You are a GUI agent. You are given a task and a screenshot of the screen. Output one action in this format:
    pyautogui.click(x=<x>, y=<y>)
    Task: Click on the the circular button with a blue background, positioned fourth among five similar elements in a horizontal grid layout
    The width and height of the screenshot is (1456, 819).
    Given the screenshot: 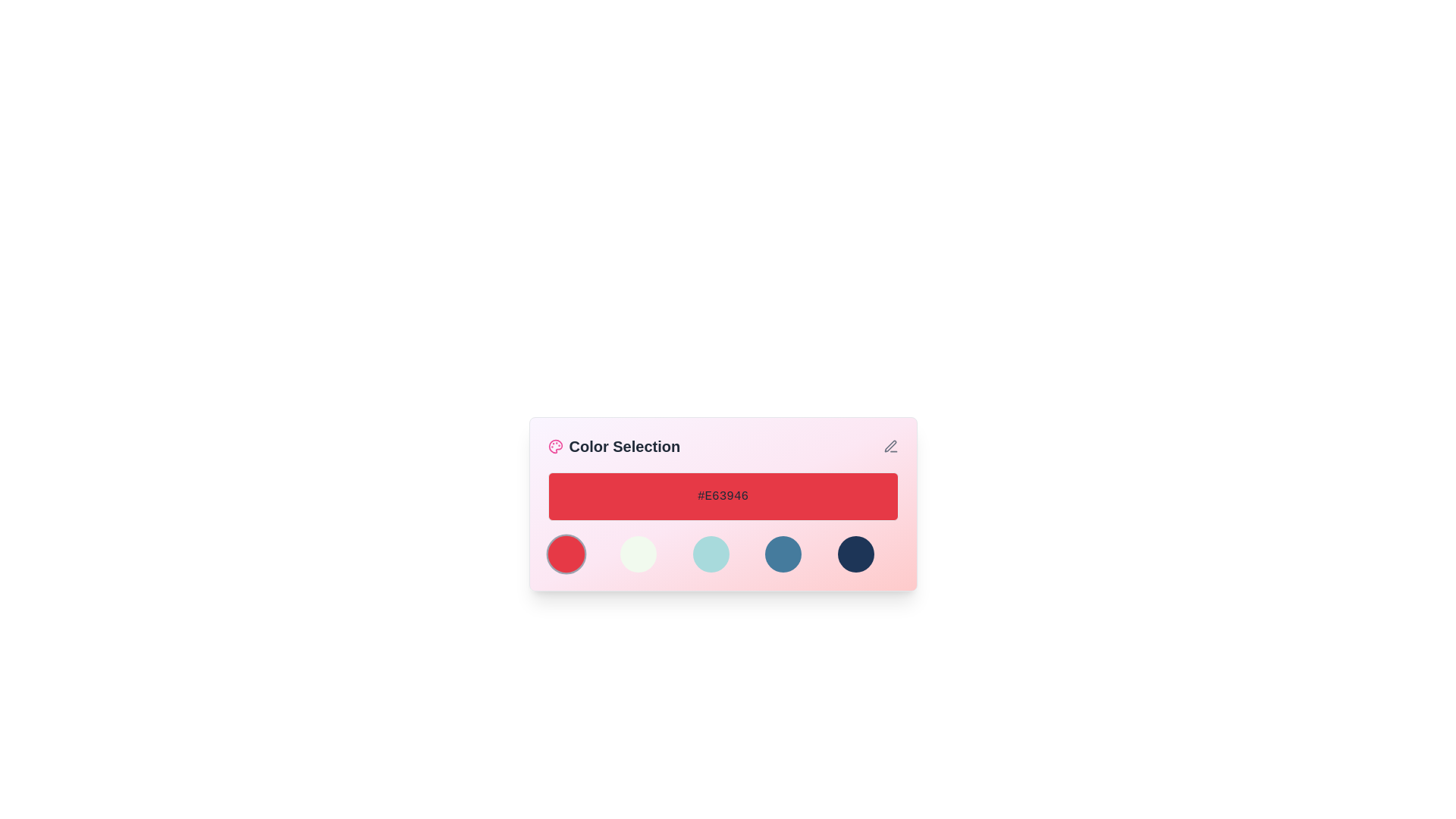 What is the action you would take?
    pyautogui.click(x=783, y=554)
    